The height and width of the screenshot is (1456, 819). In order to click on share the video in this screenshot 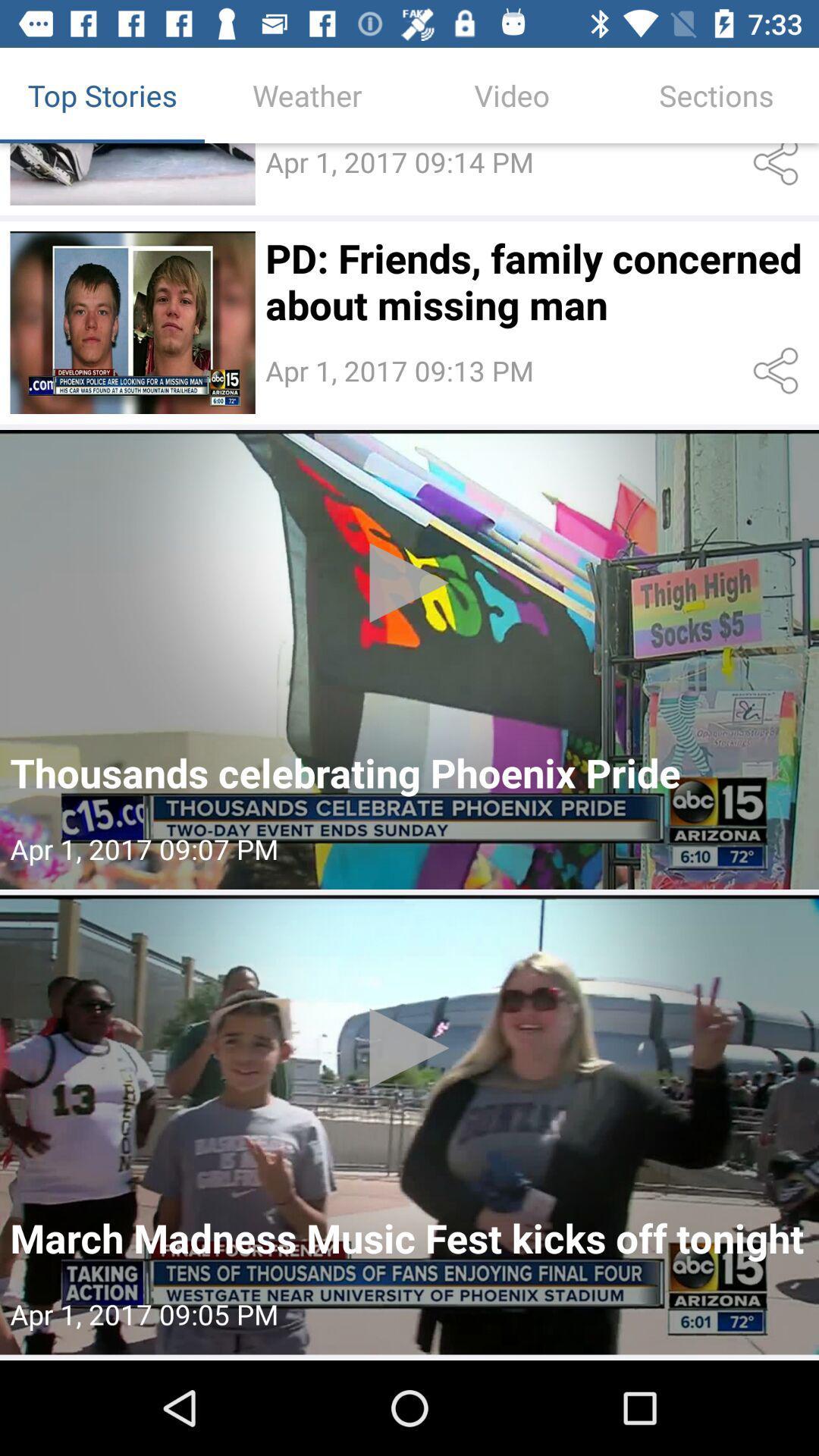, I will do `click(779, 168)`.